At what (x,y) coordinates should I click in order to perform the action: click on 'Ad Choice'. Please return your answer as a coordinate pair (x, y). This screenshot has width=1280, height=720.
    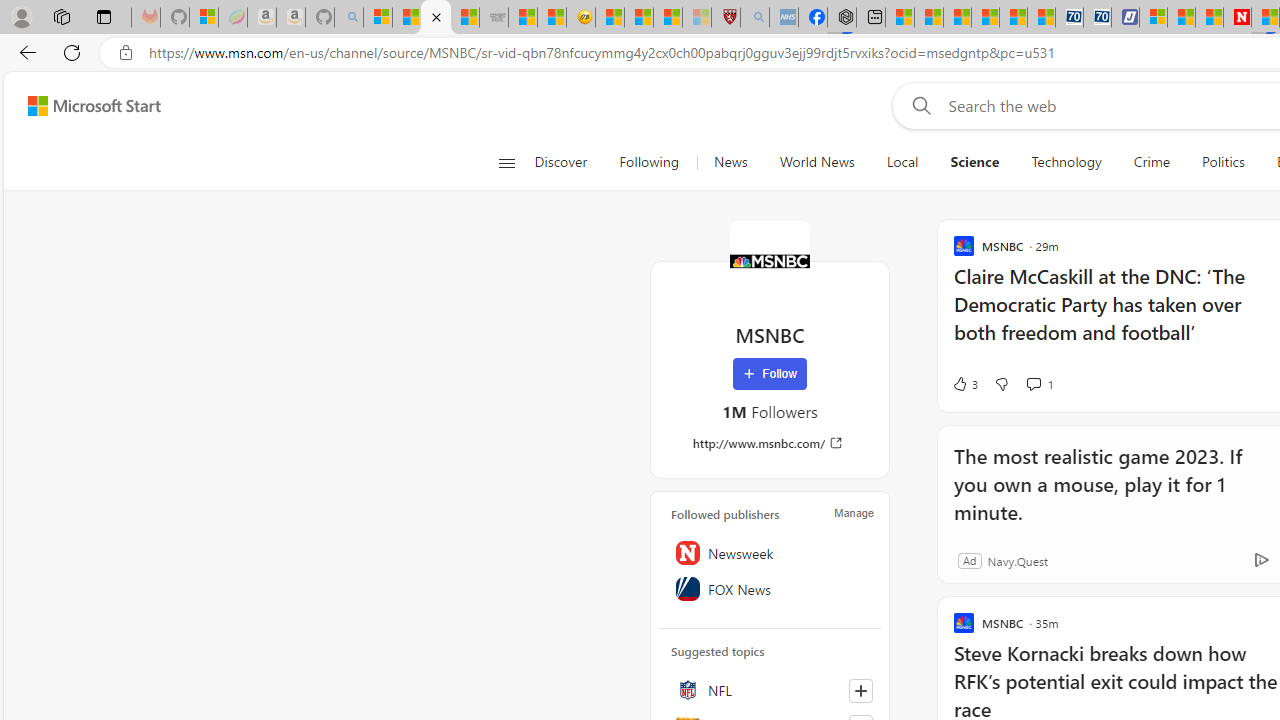
    Looking at the image, I should click on (1260, 560).